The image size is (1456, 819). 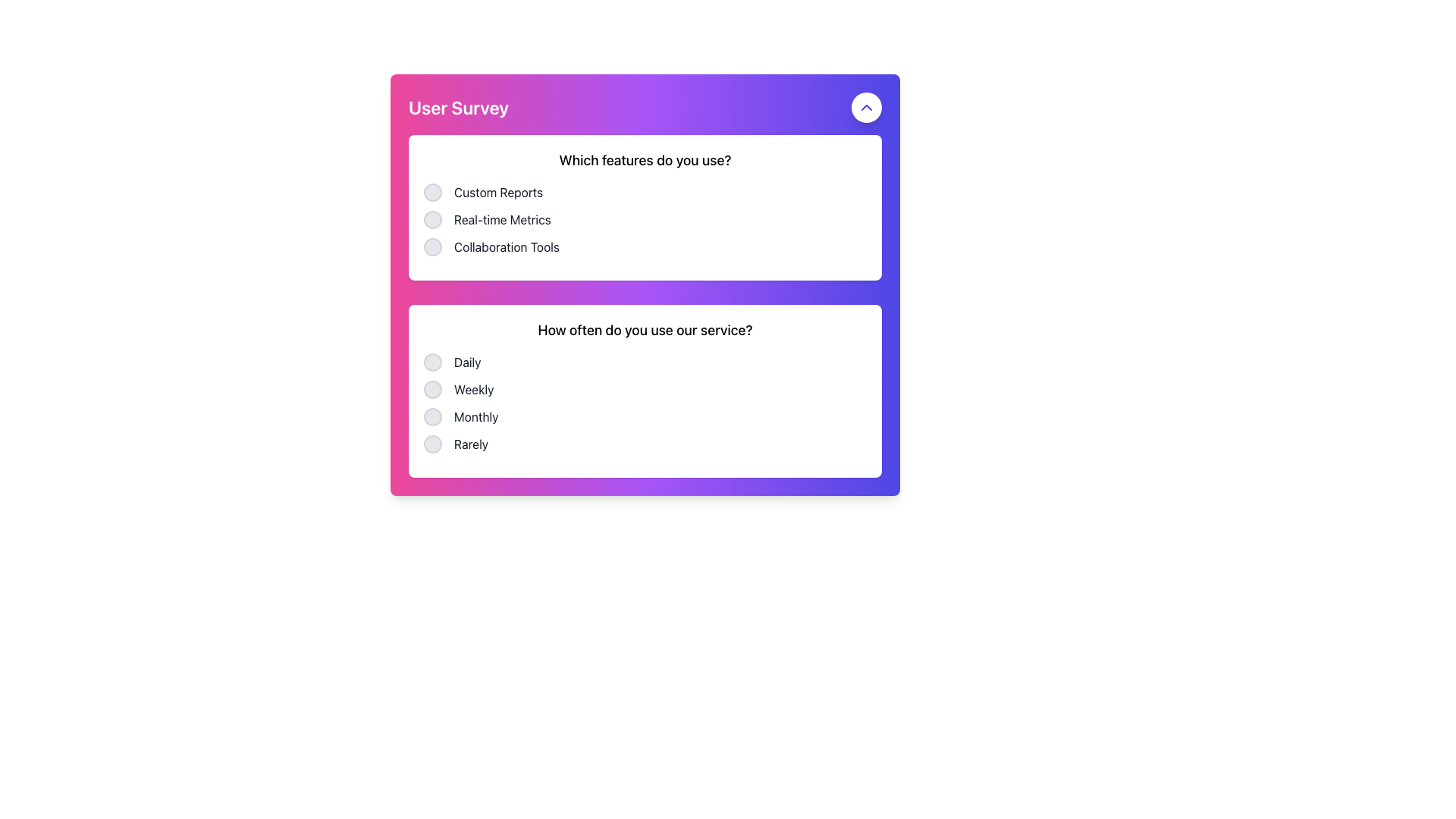 I want to click on the 'Real-time Metrics' text label styled in dark gray, located in the 'Which features do you use?' section, adjacent to a circular selection indicator, so click(x=502, y=219).